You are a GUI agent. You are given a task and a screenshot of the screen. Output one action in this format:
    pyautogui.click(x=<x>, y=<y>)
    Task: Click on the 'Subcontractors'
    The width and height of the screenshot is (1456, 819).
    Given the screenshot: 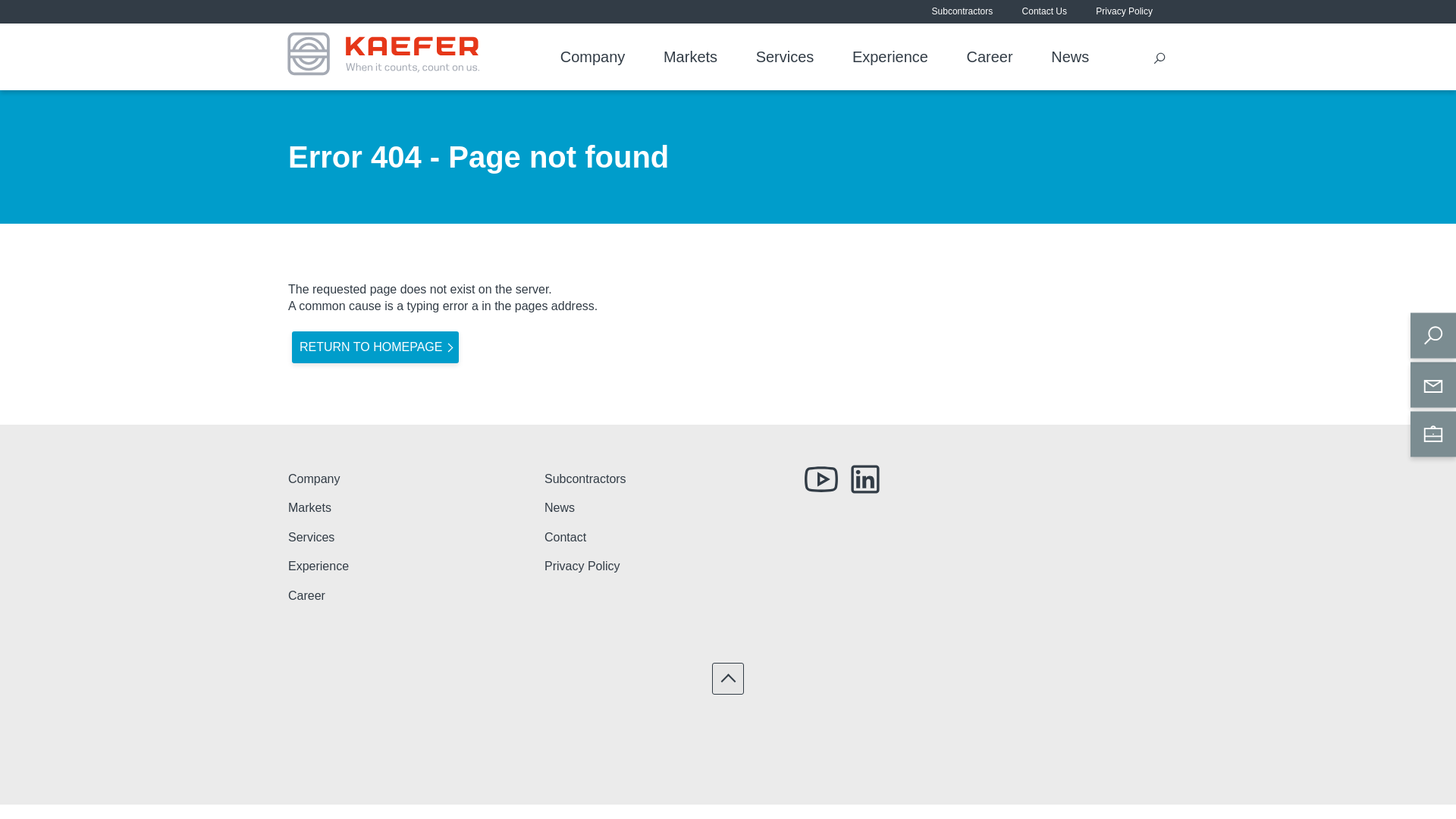 What is the action you would take?
    pyautogui.click(x=585, y=479)
    